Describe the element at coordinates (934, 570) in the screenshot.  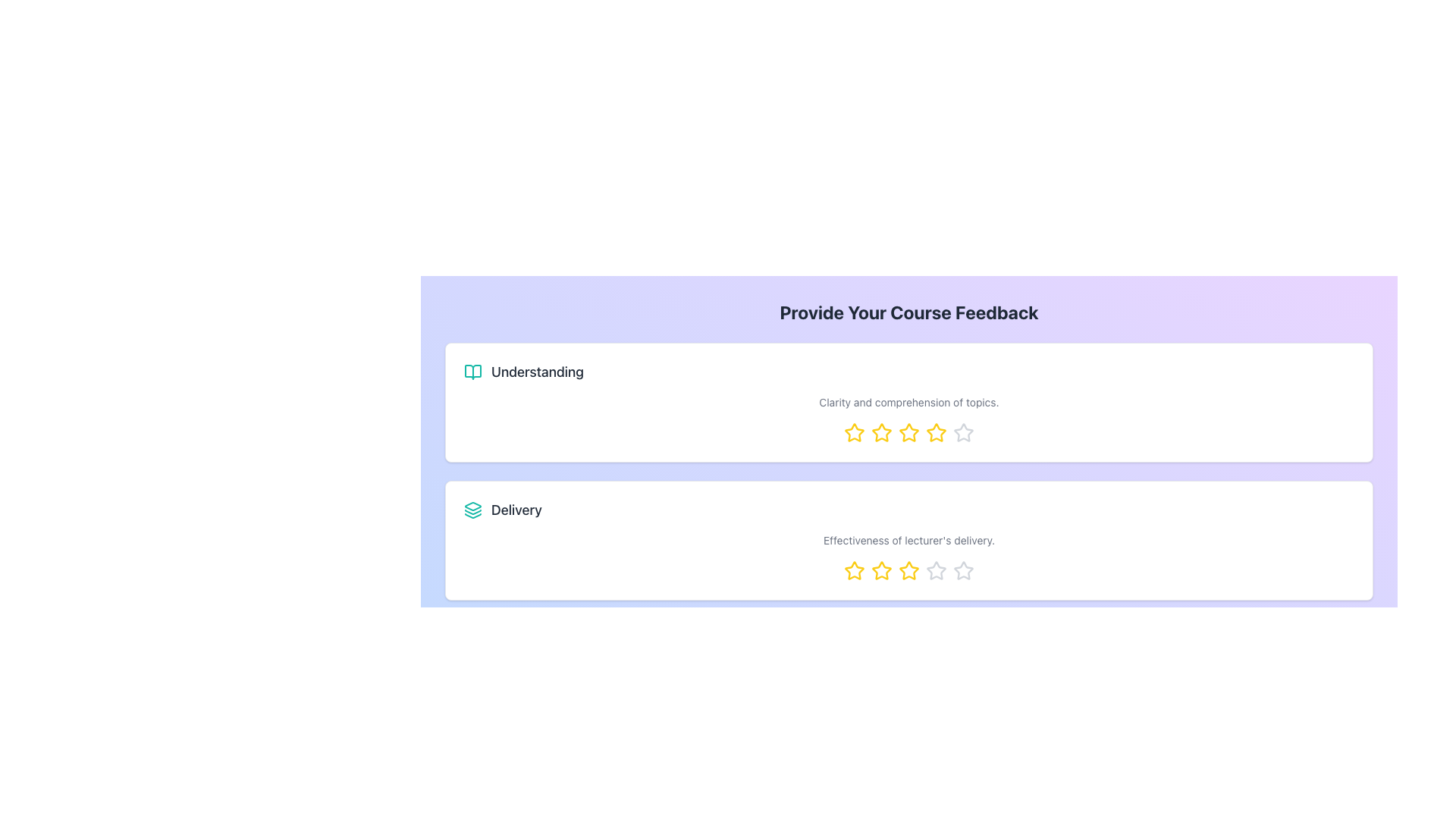
I see `the fourth star in the rating row under the 'Delivery' feedback category to give a rating` at that location.